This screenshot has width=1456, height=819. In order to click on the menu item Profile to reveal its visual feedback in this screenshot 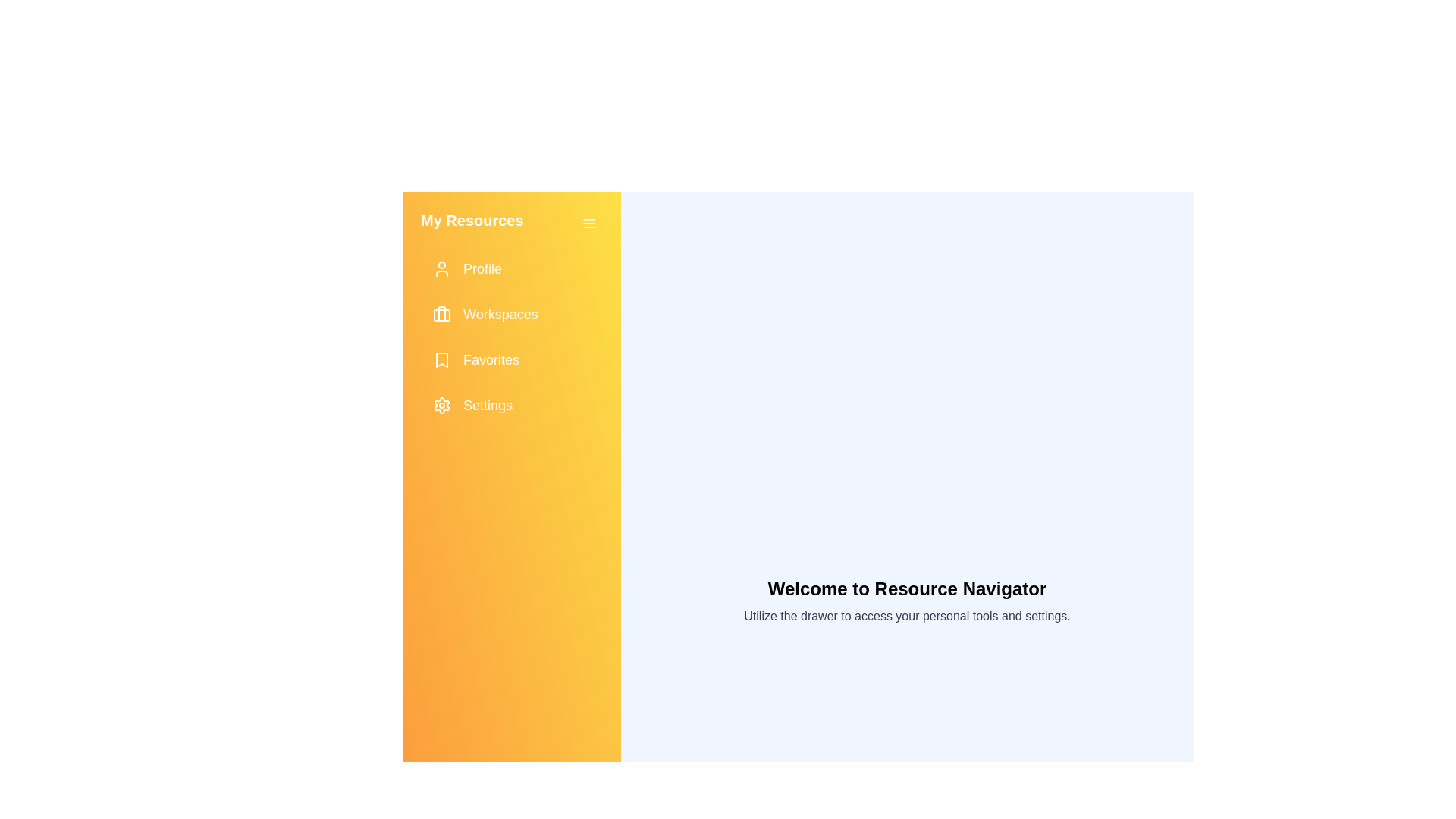, I will do `click(512, 268)`.